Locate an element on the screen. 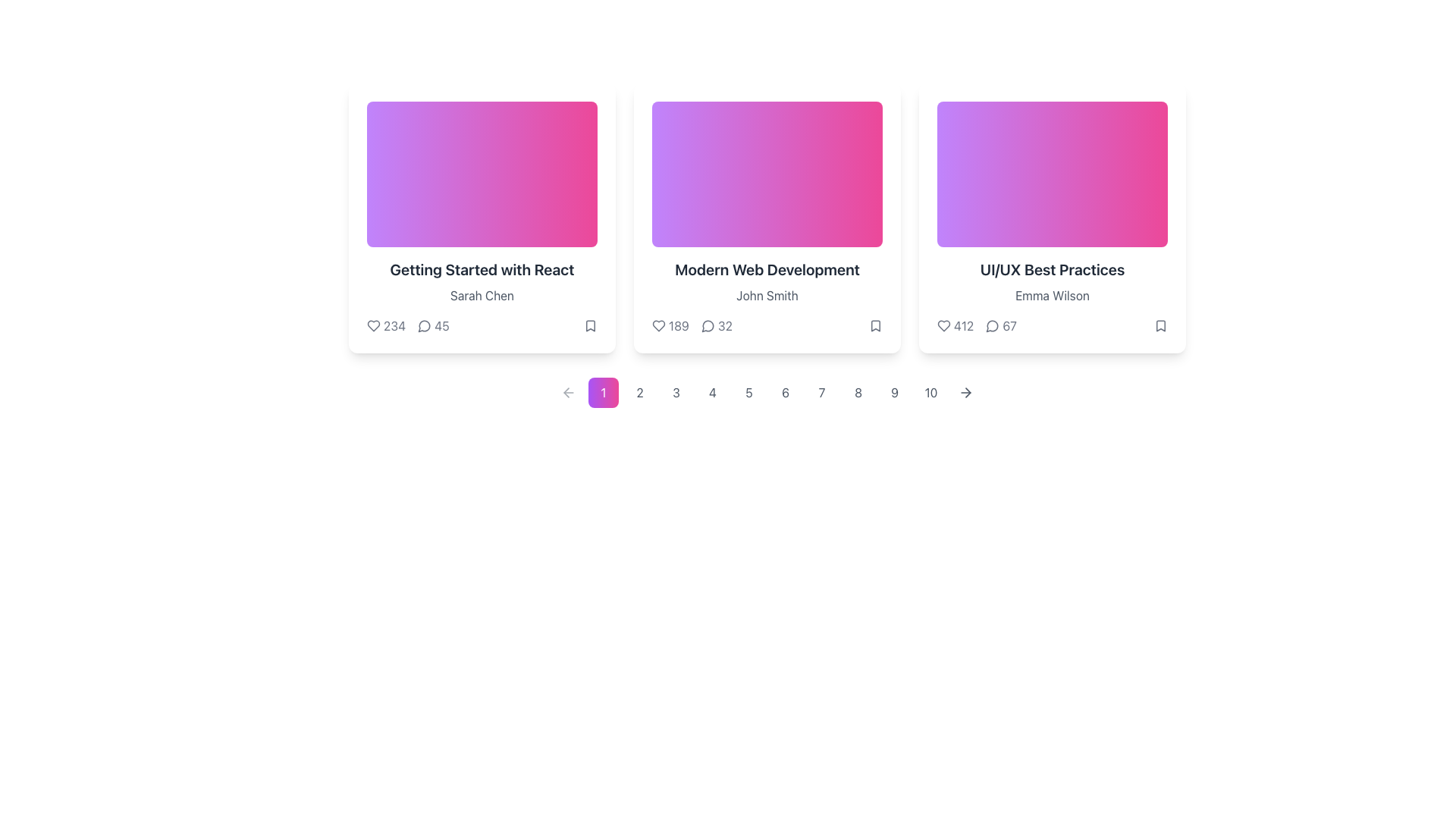 The height and width of the screenshot is (819, 1456). the Pagination control located at the bottom of the user interface is located at coordinates (767, 391).